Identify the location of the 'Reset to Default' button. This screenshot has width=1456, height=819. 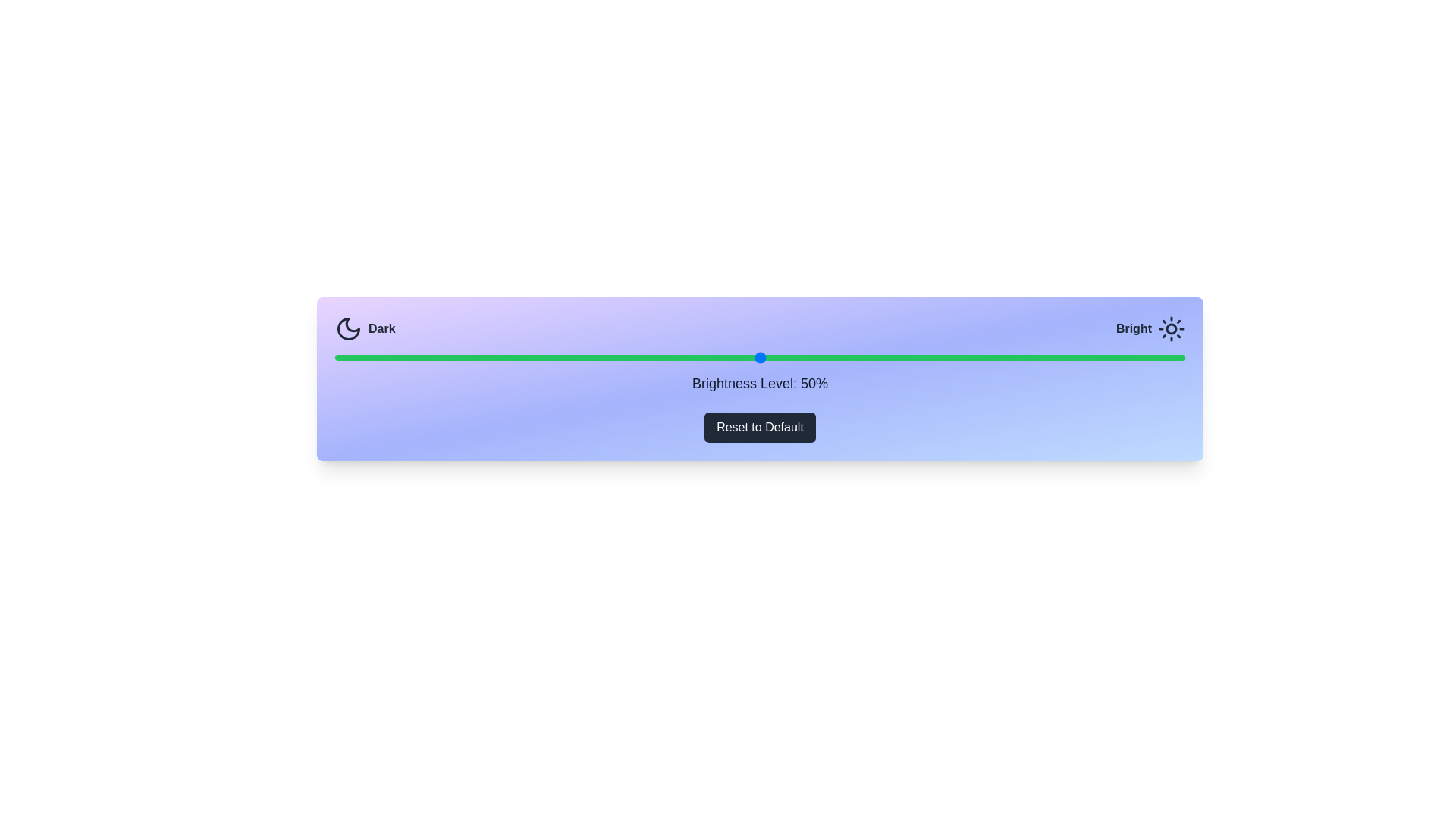
(760, 427).